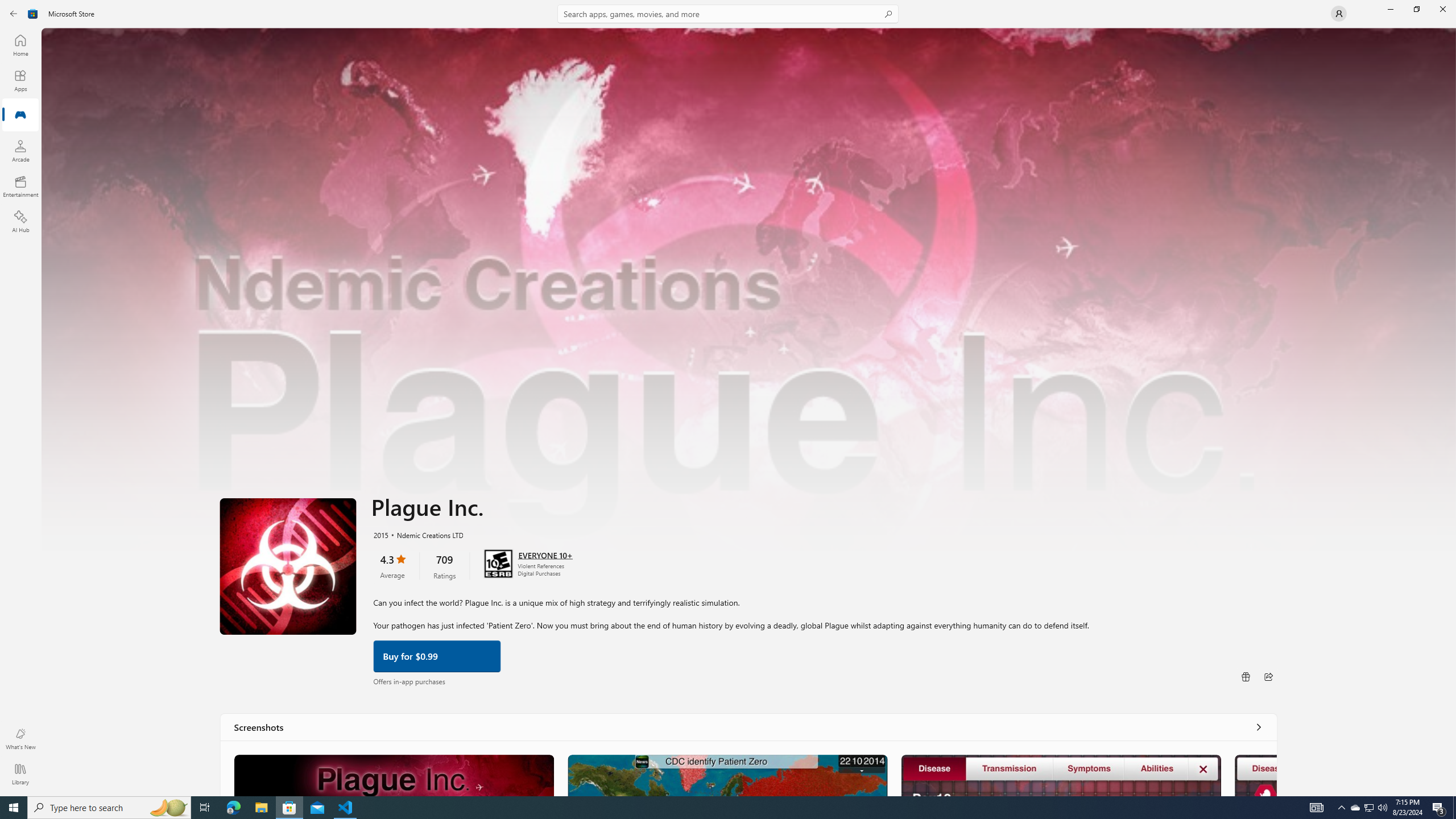  Describe the element at coordinates (436, 655) in the screenshot. I see `'Buy'` at that location.